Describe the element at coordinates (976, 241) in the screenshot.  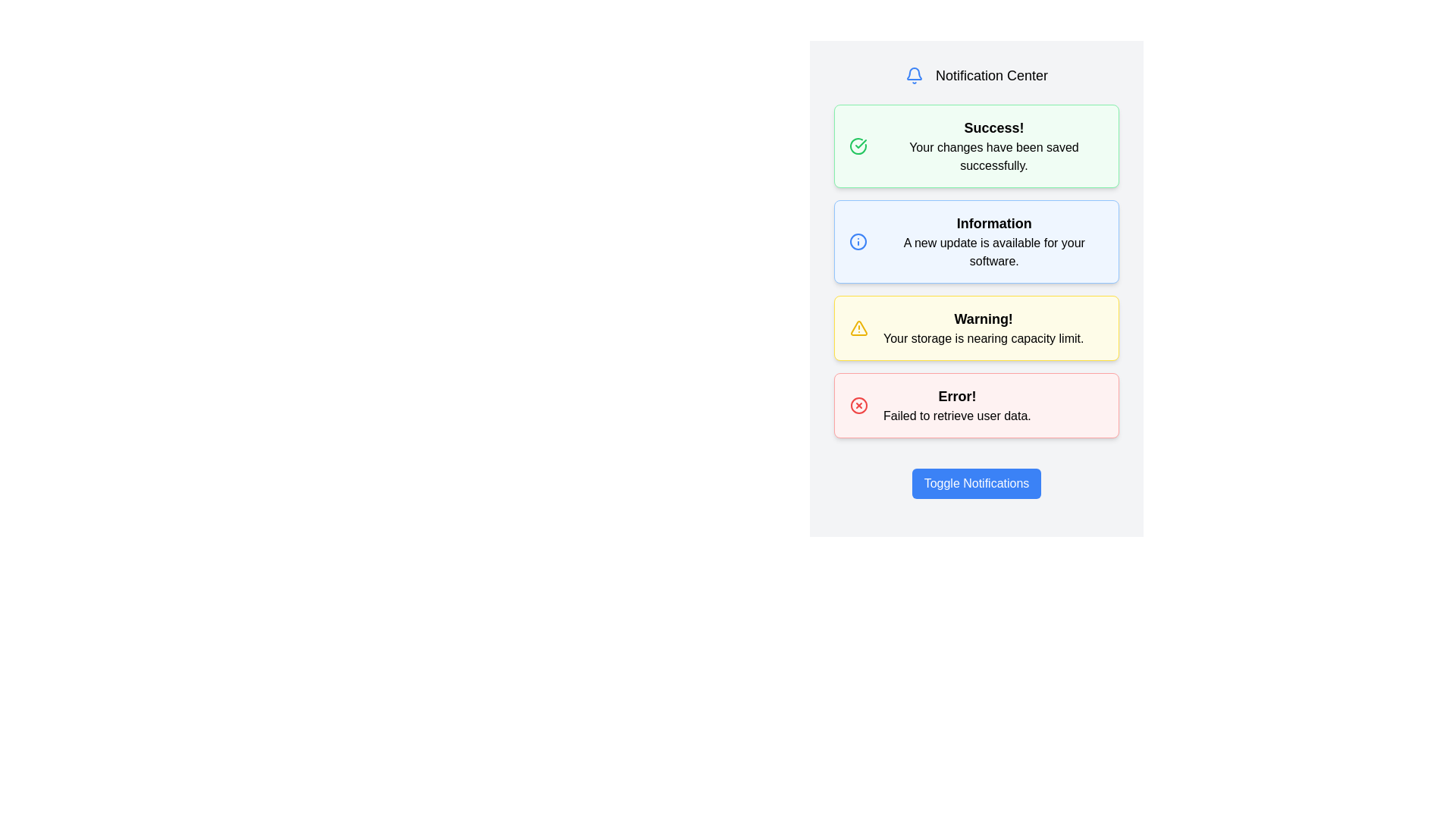
I see `information provided in the second Notification Card, which is positioned between the 'Success!' green notification card and the 'Warning!' yellow notification card` at that location.